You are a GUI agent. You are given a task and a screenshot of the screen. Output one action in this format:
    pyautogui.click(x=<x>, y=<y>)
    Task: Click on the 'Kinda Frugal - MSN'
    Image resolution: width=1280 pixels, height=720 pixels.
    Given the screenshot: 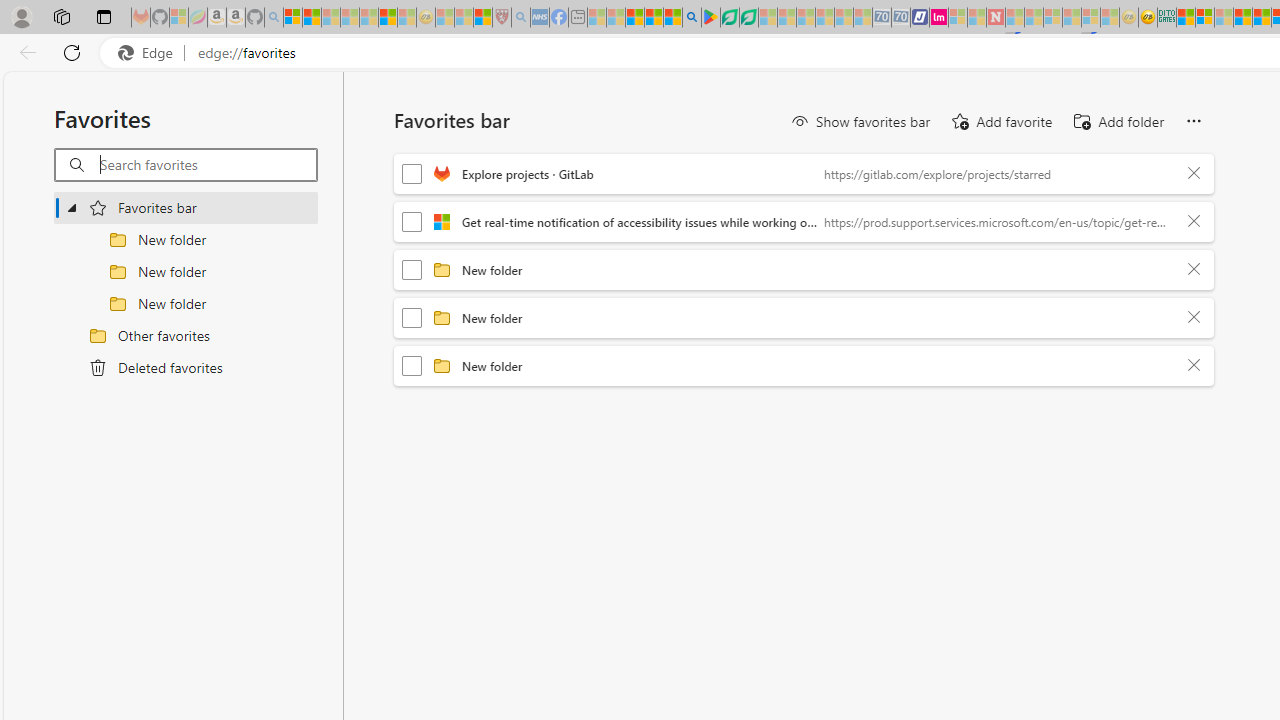 What is the action you would take?
    pyautogui.click(x=1261, y=17)
    